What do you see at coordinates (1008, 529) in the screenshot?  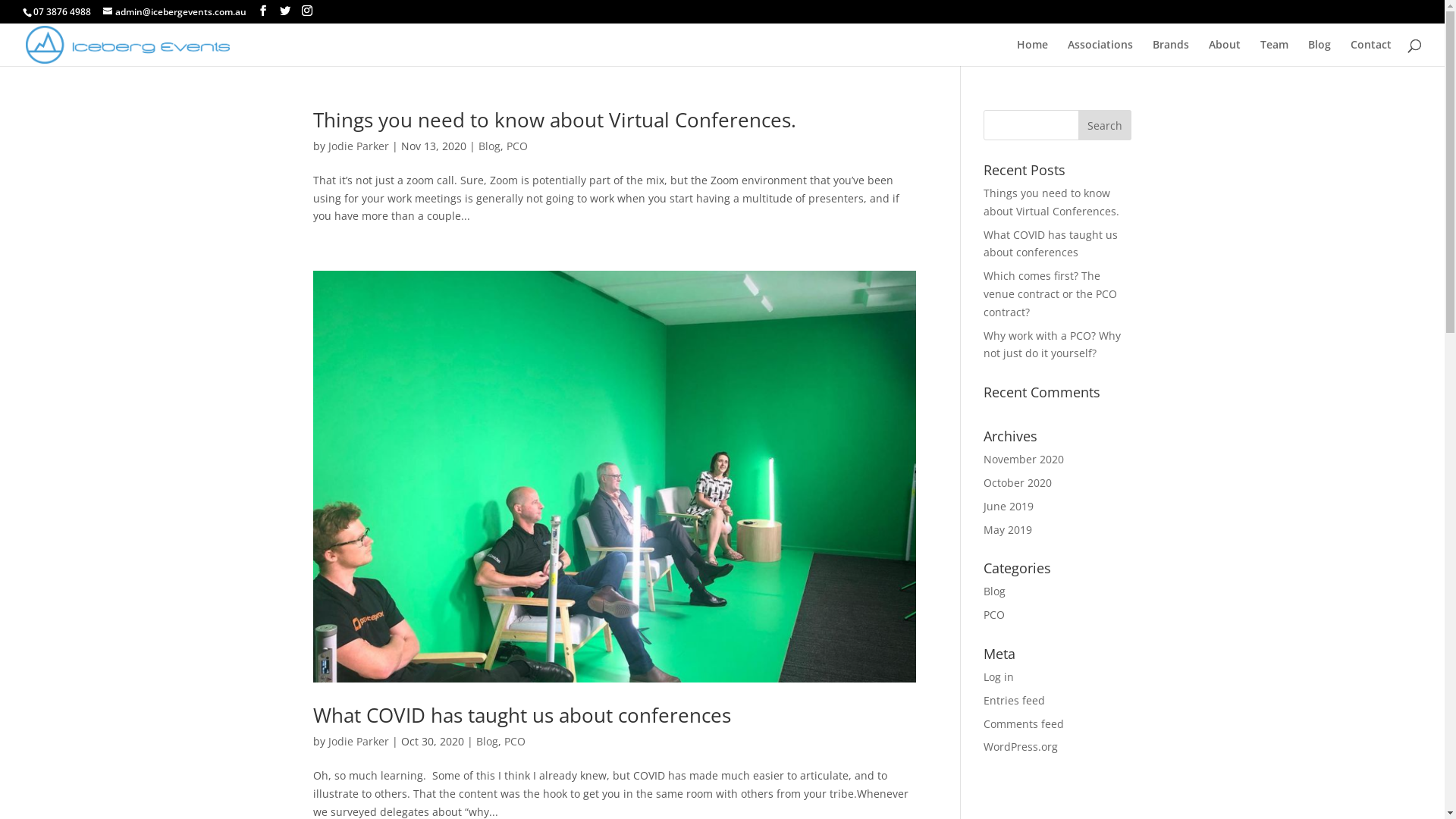 I see `'May 2019'` at bounding box center [1008, 529].